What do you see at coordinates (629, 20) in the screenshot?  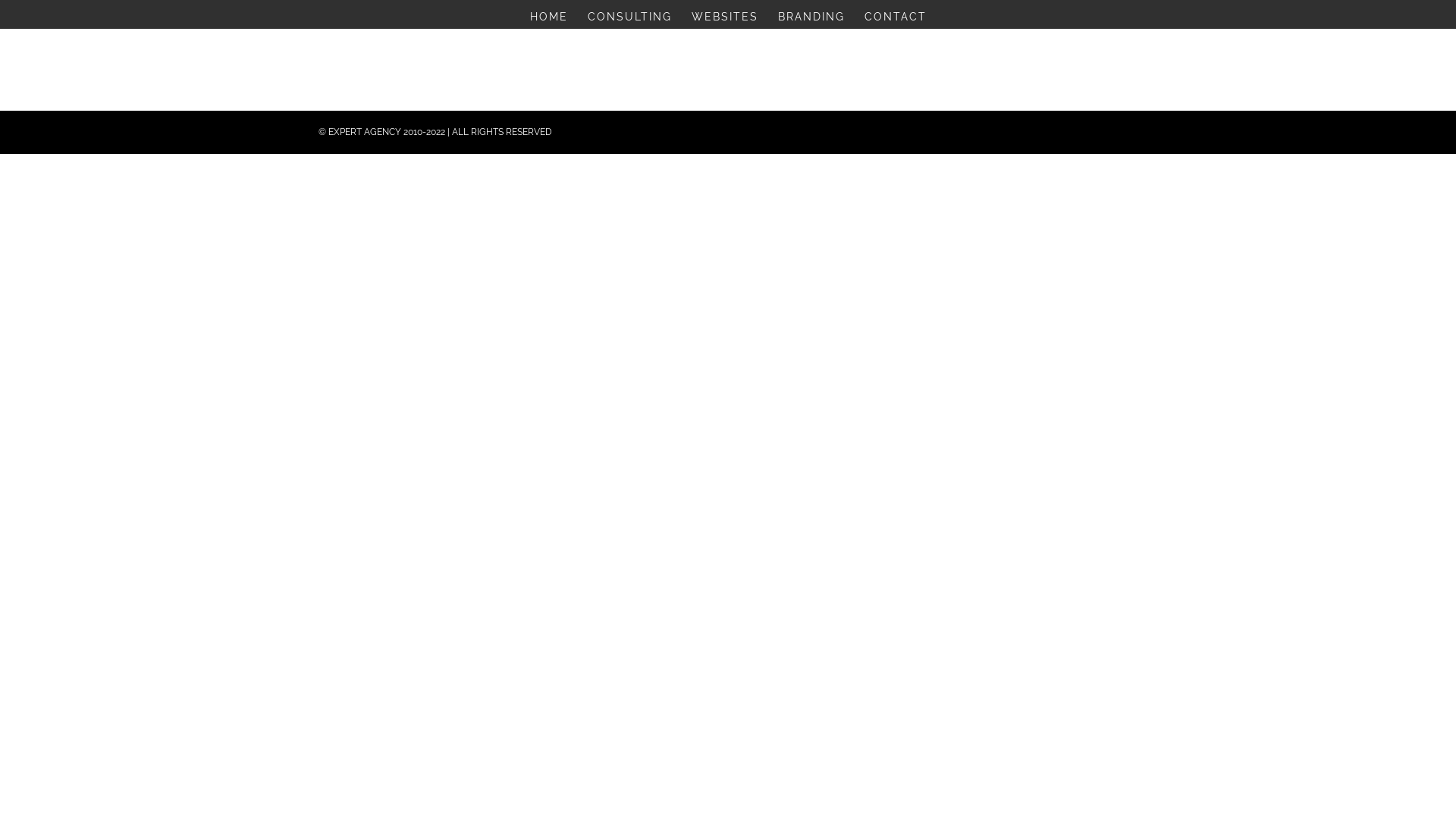 I see `'CONSULTING'` at bounding box center [629, 20].